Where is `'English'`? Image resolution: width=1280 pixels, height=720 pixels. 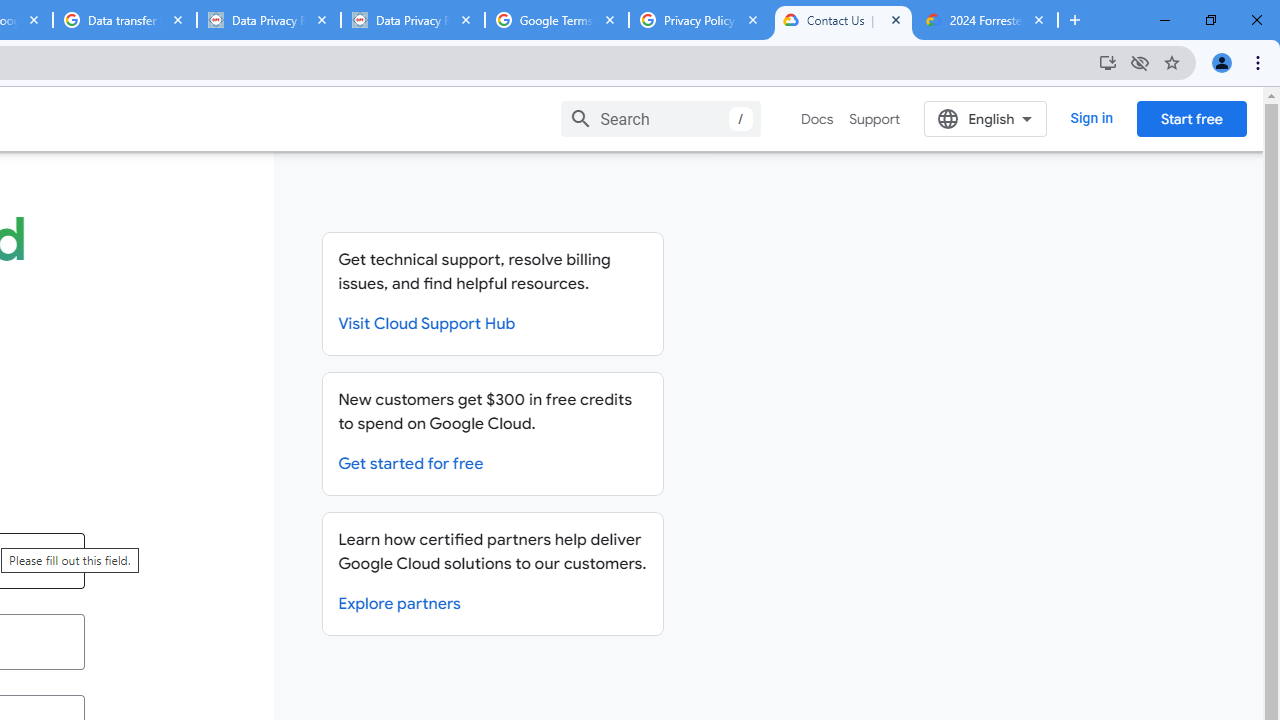 'English' is located at coordinates (985, 118).